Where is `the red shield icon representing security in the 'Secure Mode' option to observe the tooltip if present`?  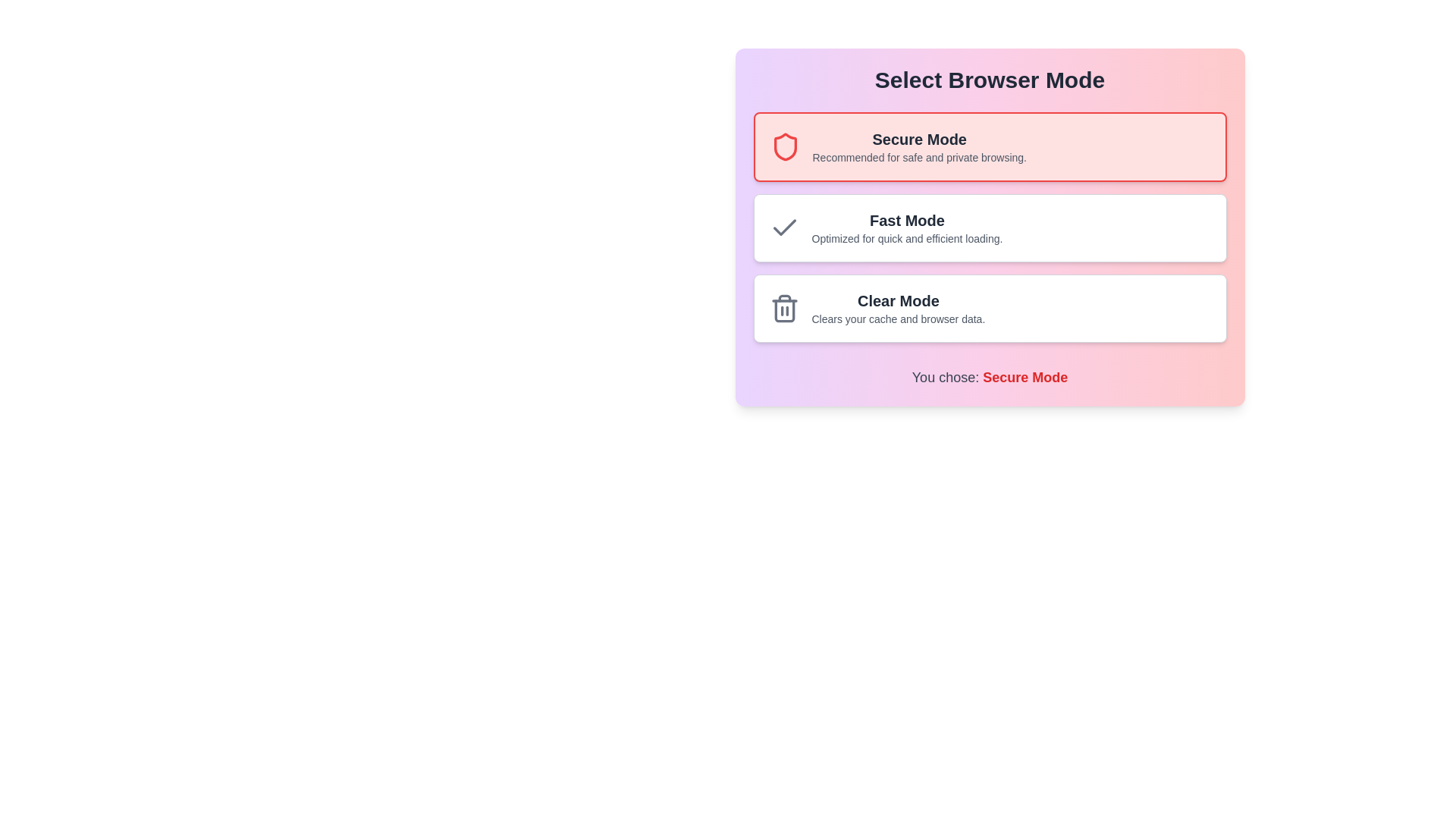 the red shield icon representing security in the 'Secure Mode' option to observe the tooltip if present is located at coordinates (785, 146).